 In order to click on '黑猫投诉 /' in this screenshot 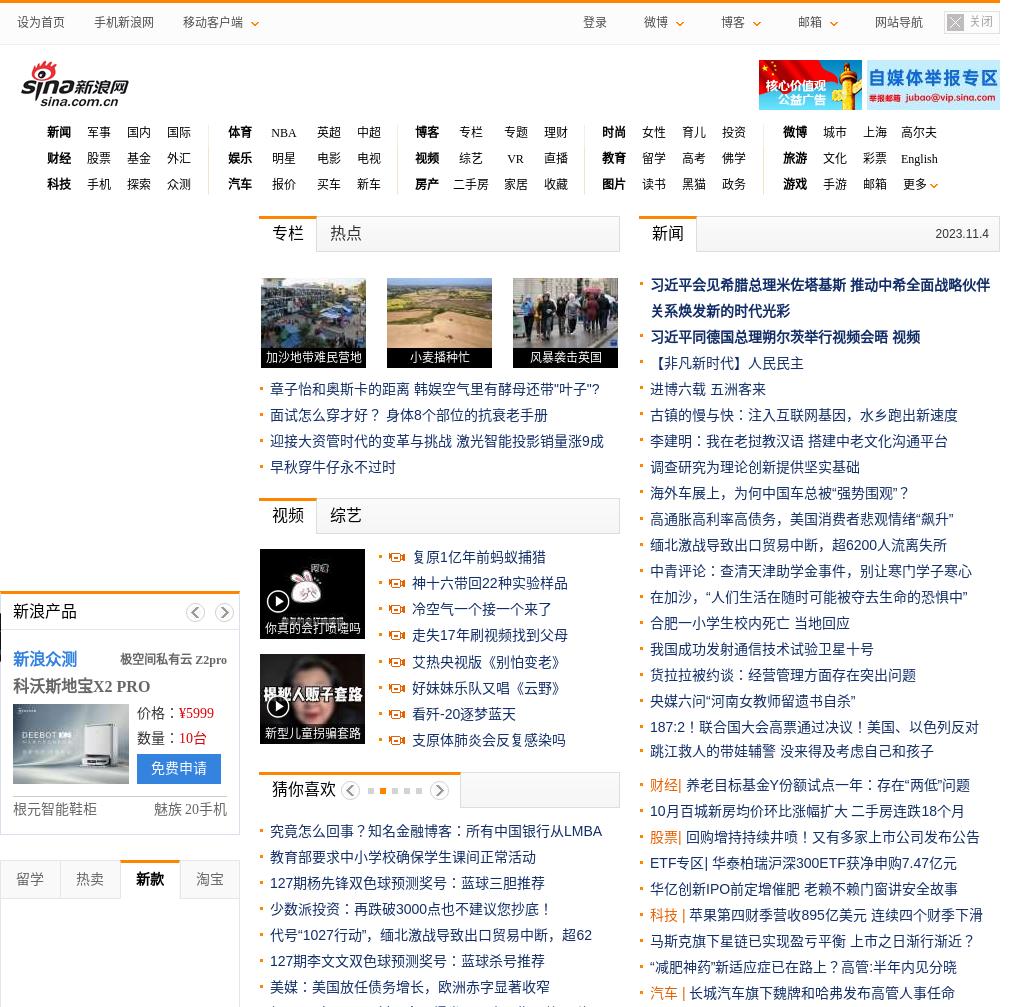, I will do `click(286, 657)`.